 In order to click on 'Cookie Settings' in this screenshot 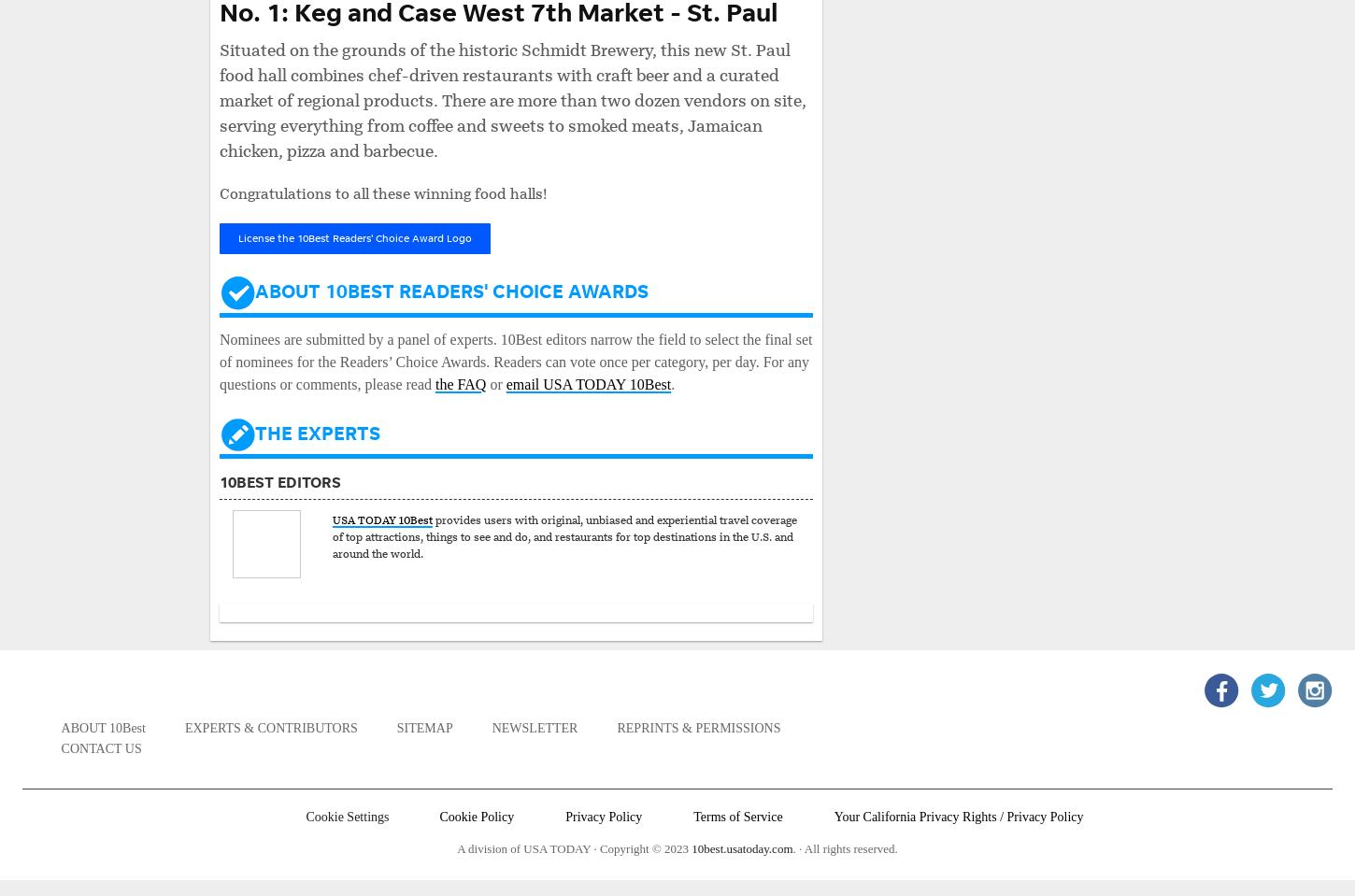, I will do `click(305, 815)`.